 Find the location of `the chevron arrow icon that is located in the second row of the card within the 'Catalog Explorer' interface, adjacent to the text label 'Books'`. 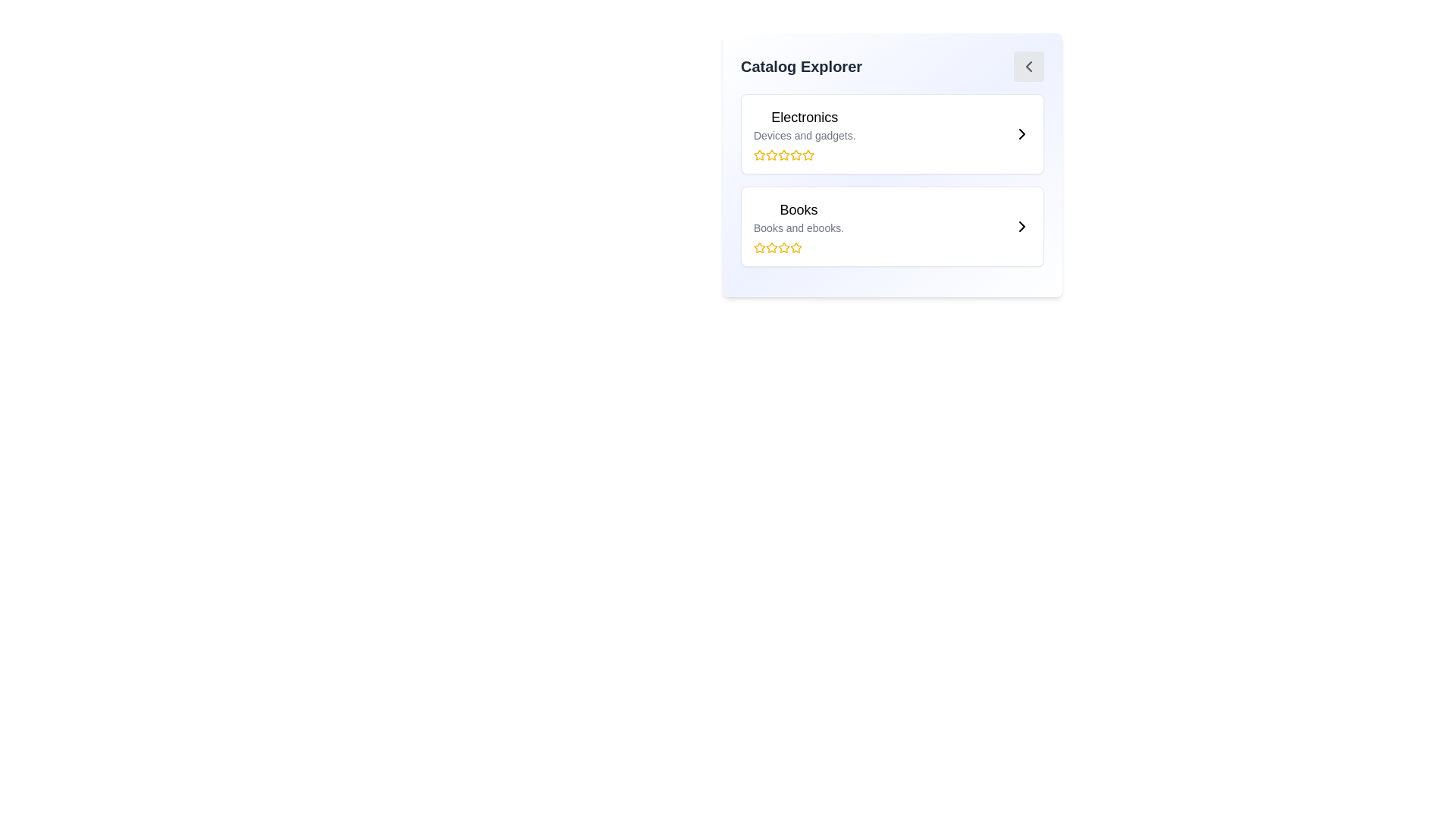

the chevron arrow icon that is located in the second row of the card within the 'Catalog Explorer' interface, adjacent to the text label 'Books' is located at coordinates (1022, 227).